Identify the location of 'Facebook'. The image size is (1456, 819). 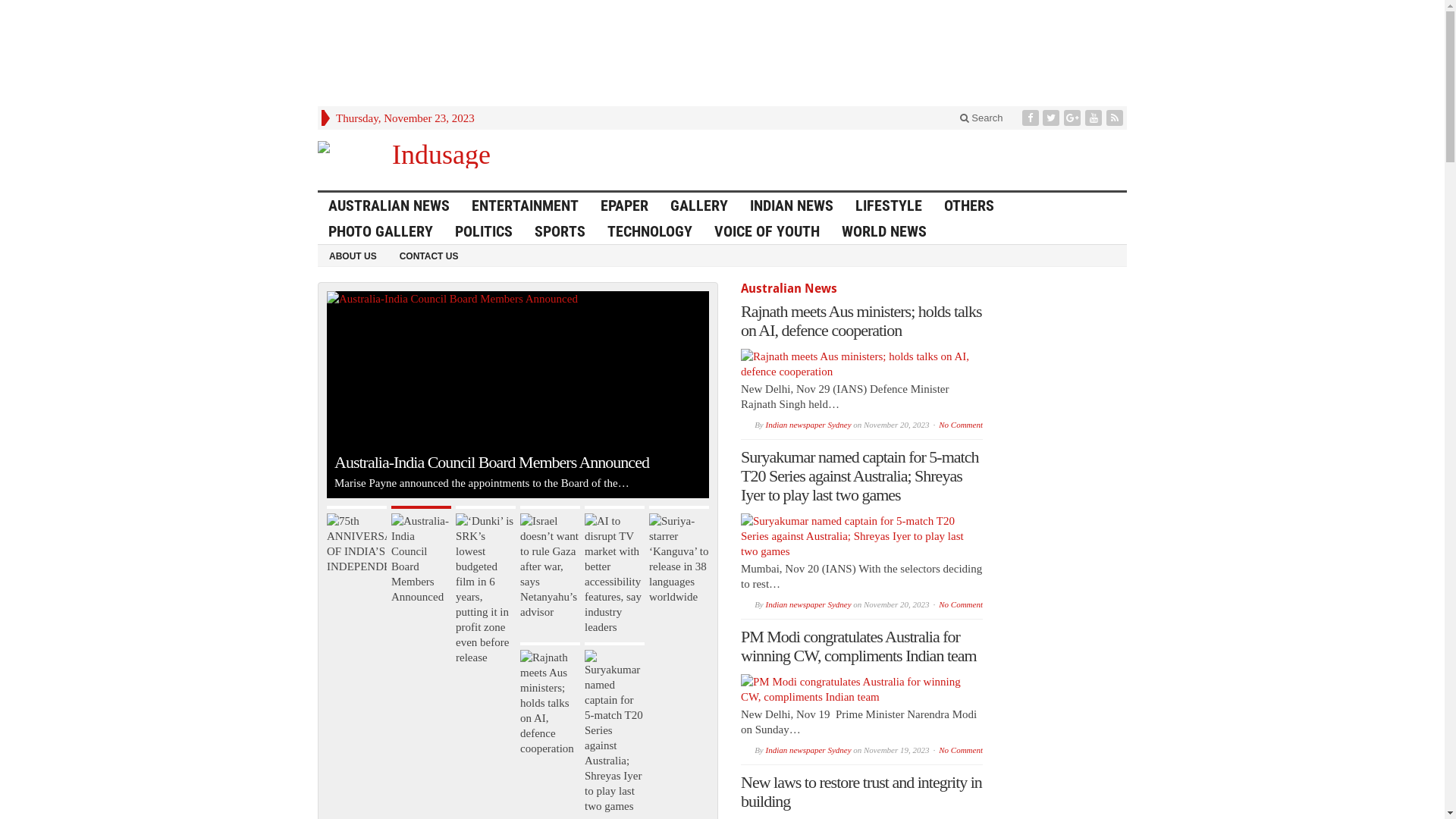
(1031, 117).